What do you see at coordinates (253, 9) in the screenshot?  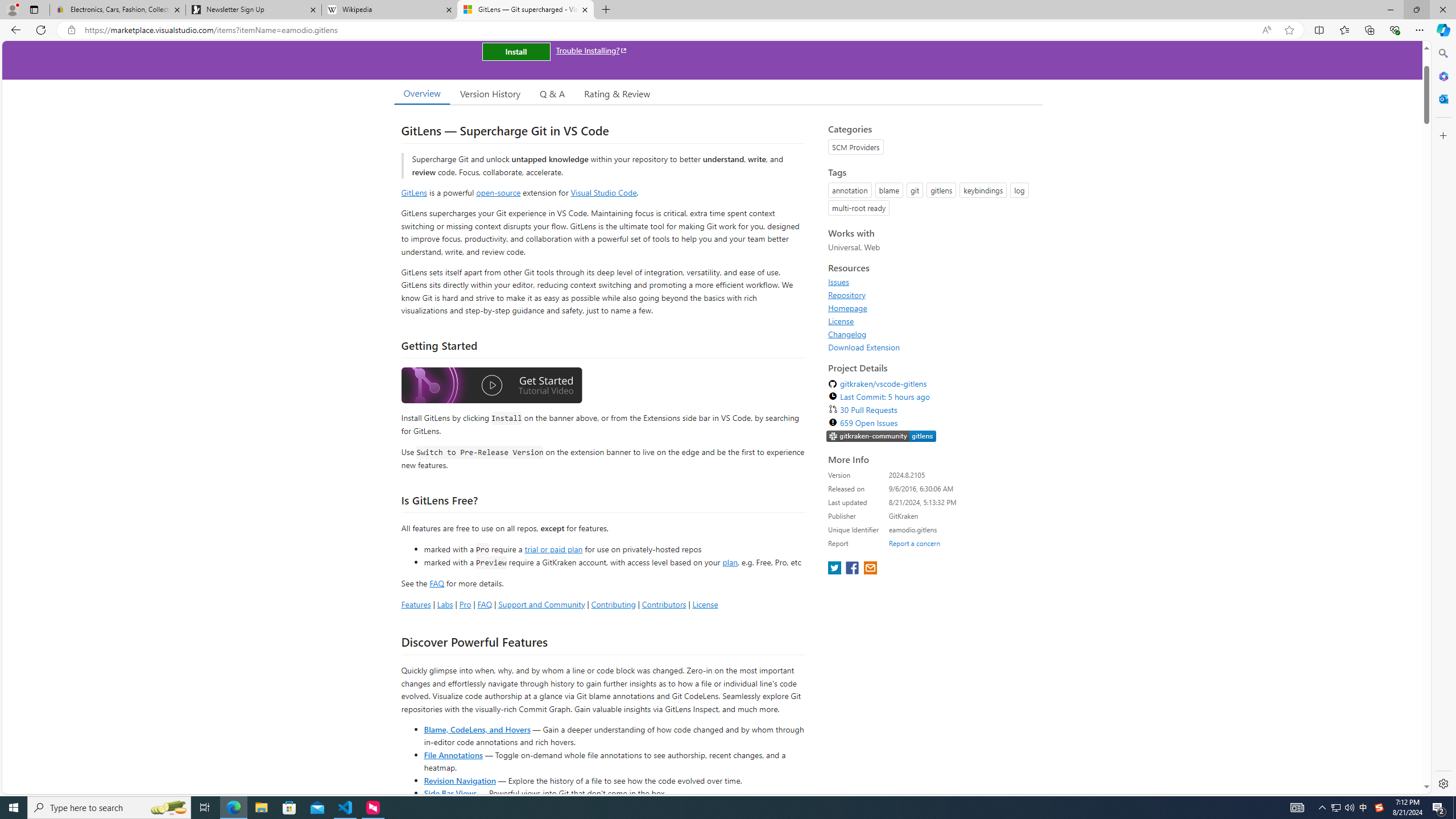 I see `'Newsletter Sign Up'` at bounding box center [253, 9].